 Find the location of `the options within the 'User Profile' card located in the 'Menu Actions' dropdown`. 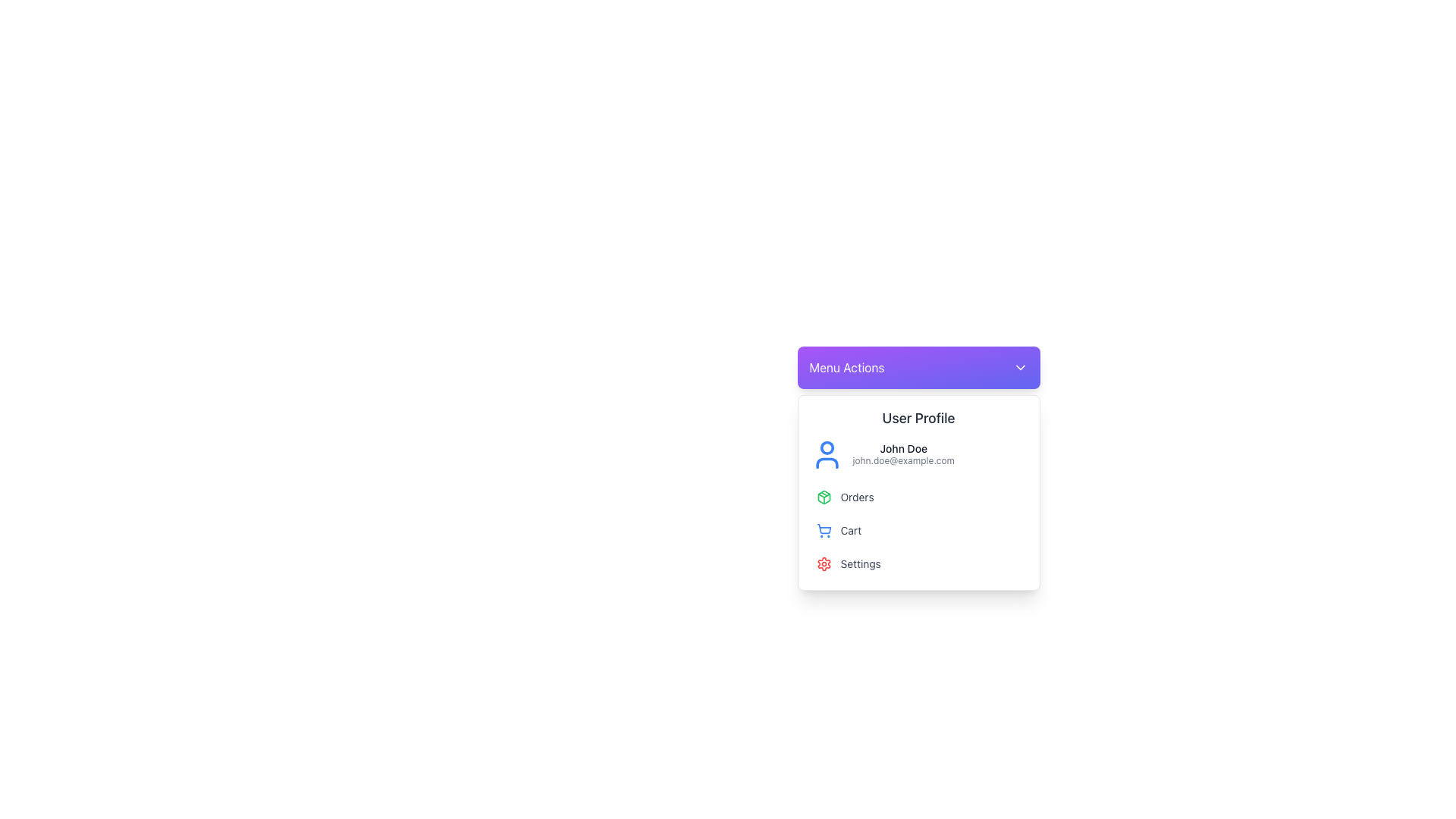

the options within the 'User Profile' card located in the 'Menu Actions' dropdown is located at coordinates (918, 493).